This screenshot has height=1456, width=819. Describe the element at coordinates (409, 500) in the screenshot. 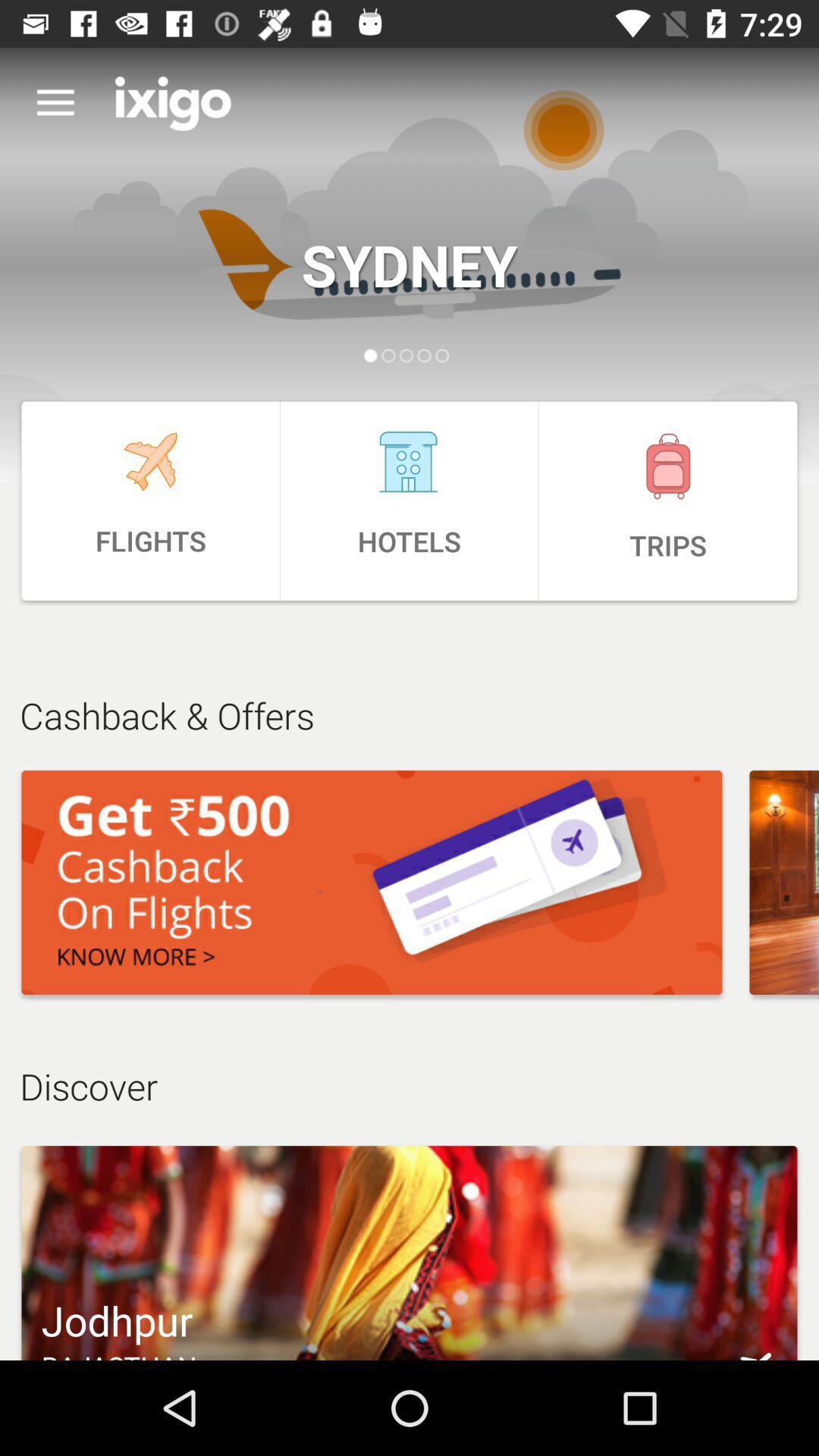

I see `icon next to flights icon` at that location.